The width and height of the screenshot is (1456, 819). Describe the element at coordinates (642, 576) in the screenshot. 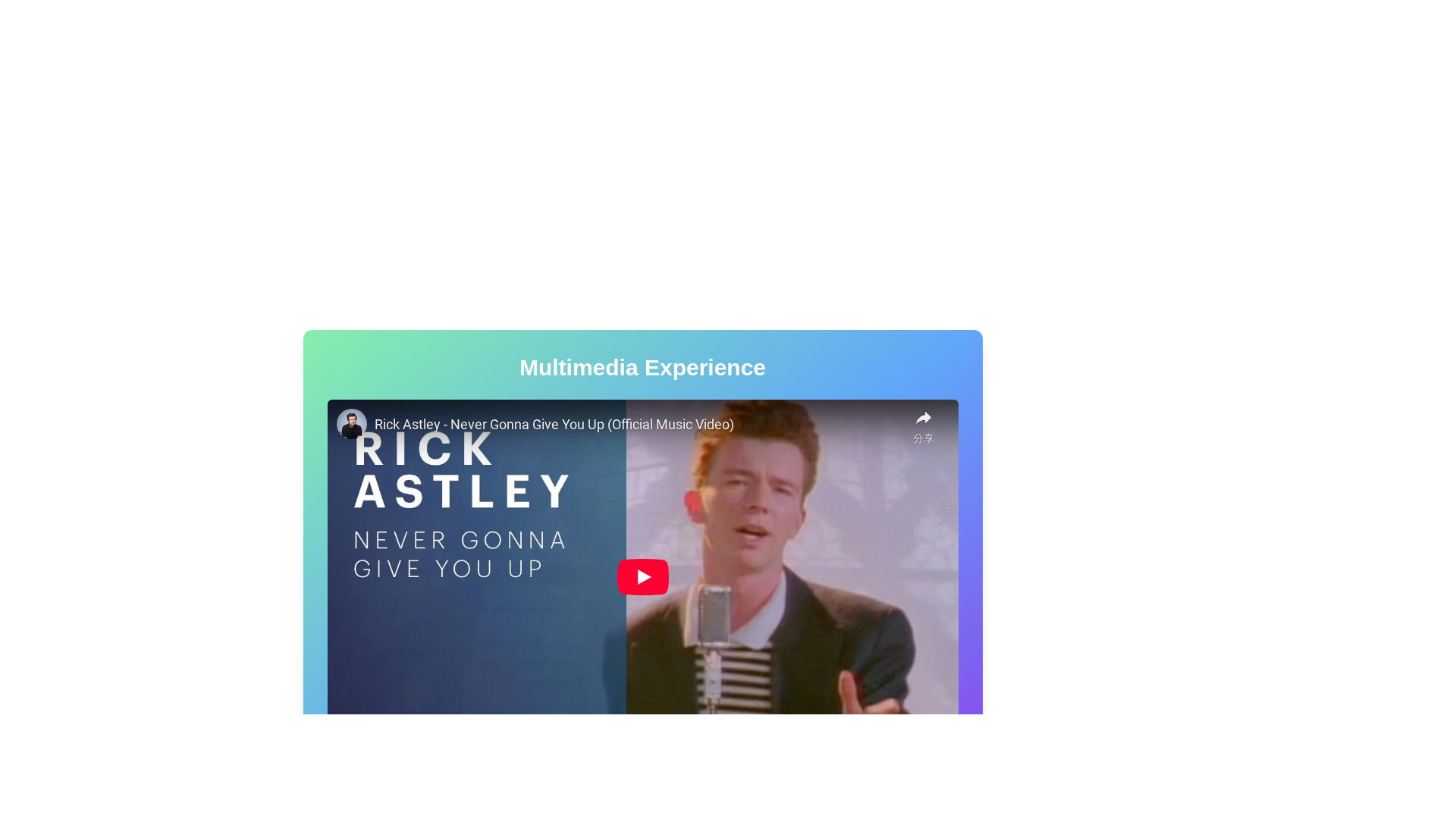

I see `the play button on the embedded YouTube video player located centrally below the header 'Multimedia Experience'` at that location.